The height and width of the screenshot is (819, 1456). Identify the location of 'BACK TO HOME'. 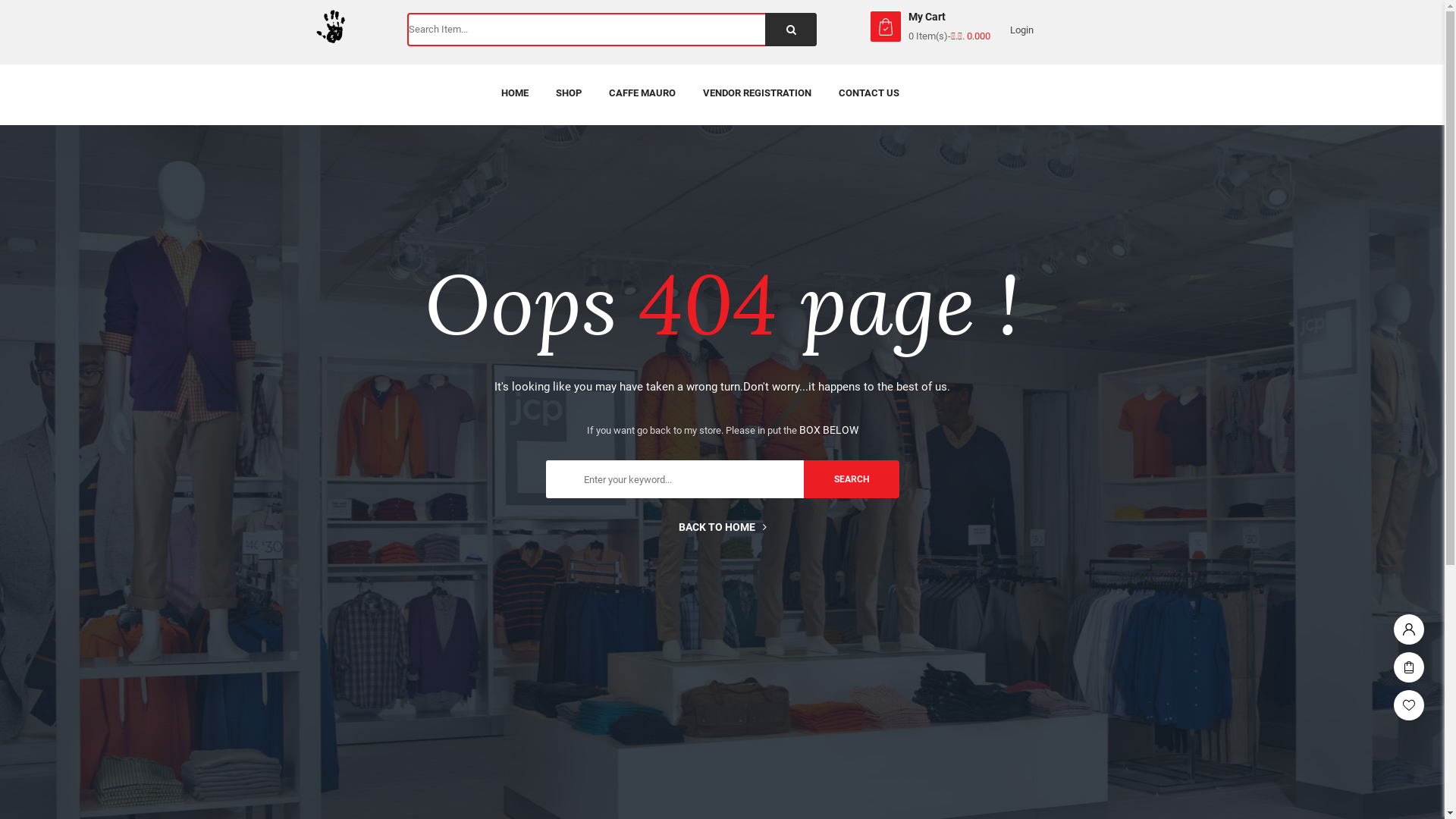
(720, 526).